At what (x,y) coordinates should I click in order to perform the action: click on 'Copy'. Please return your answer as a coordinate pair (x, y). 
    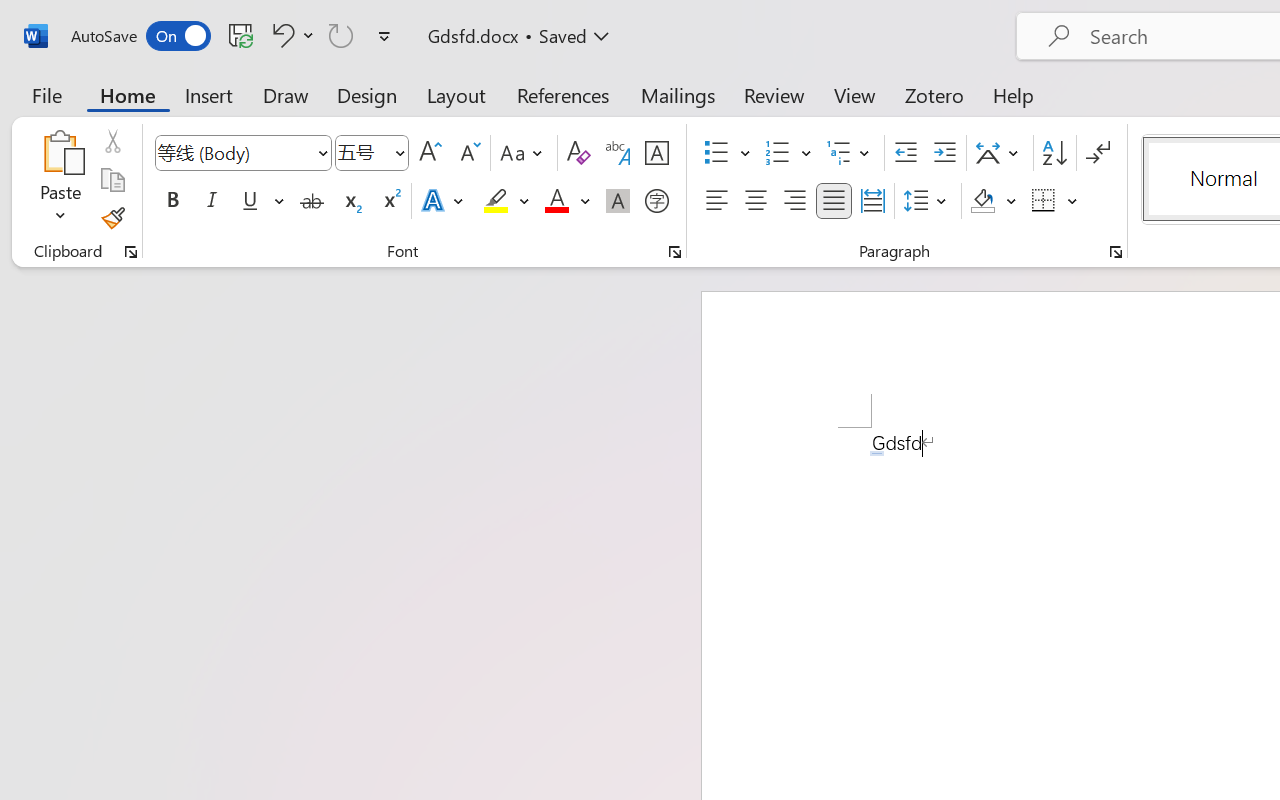
    Looking at the image, I should click on (111, 179).